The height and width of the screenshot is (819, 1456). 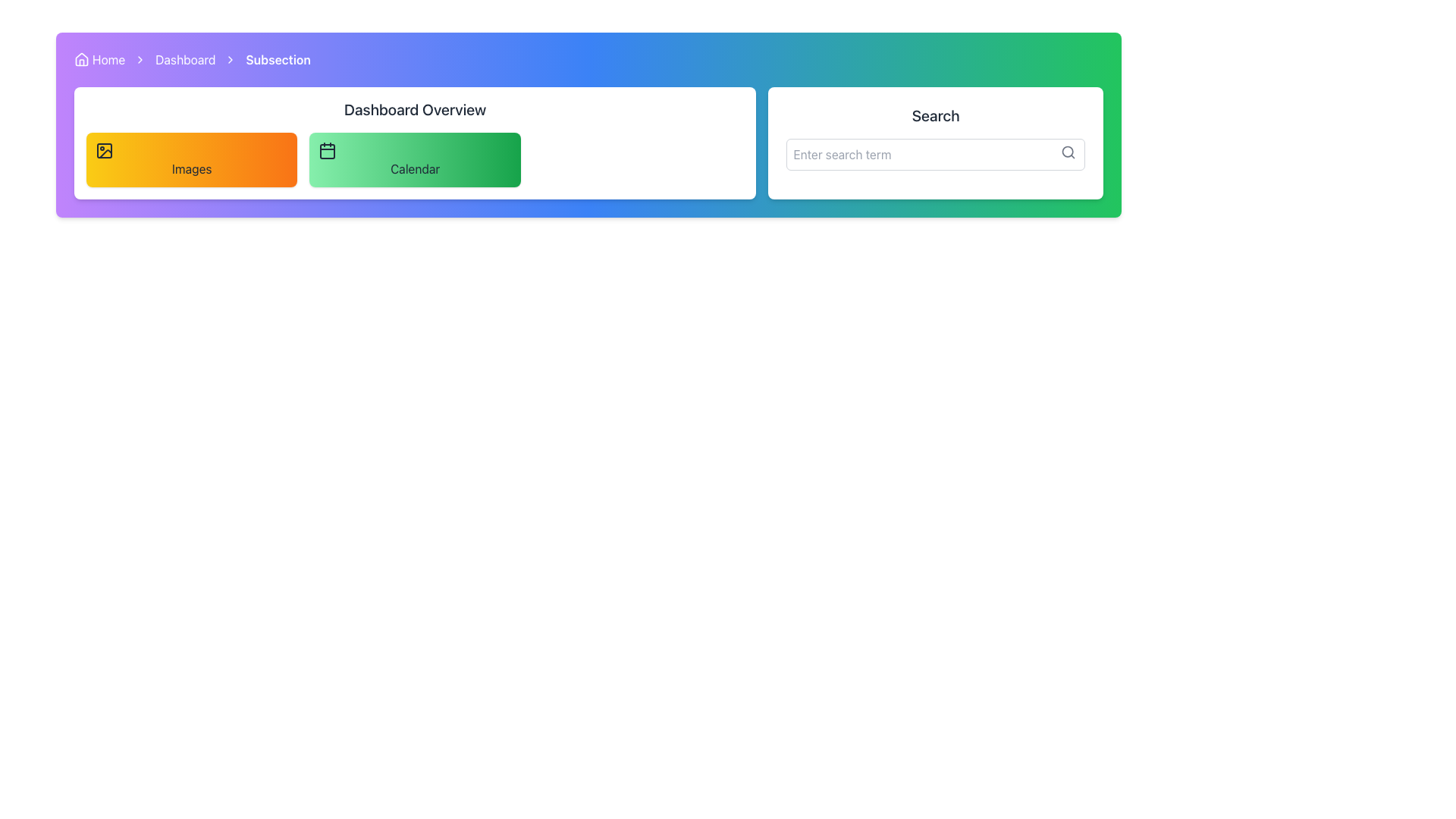 I want to click on the house icon located at the beginning of the breadcrumb navigation bar, so click(x=81, y=58).